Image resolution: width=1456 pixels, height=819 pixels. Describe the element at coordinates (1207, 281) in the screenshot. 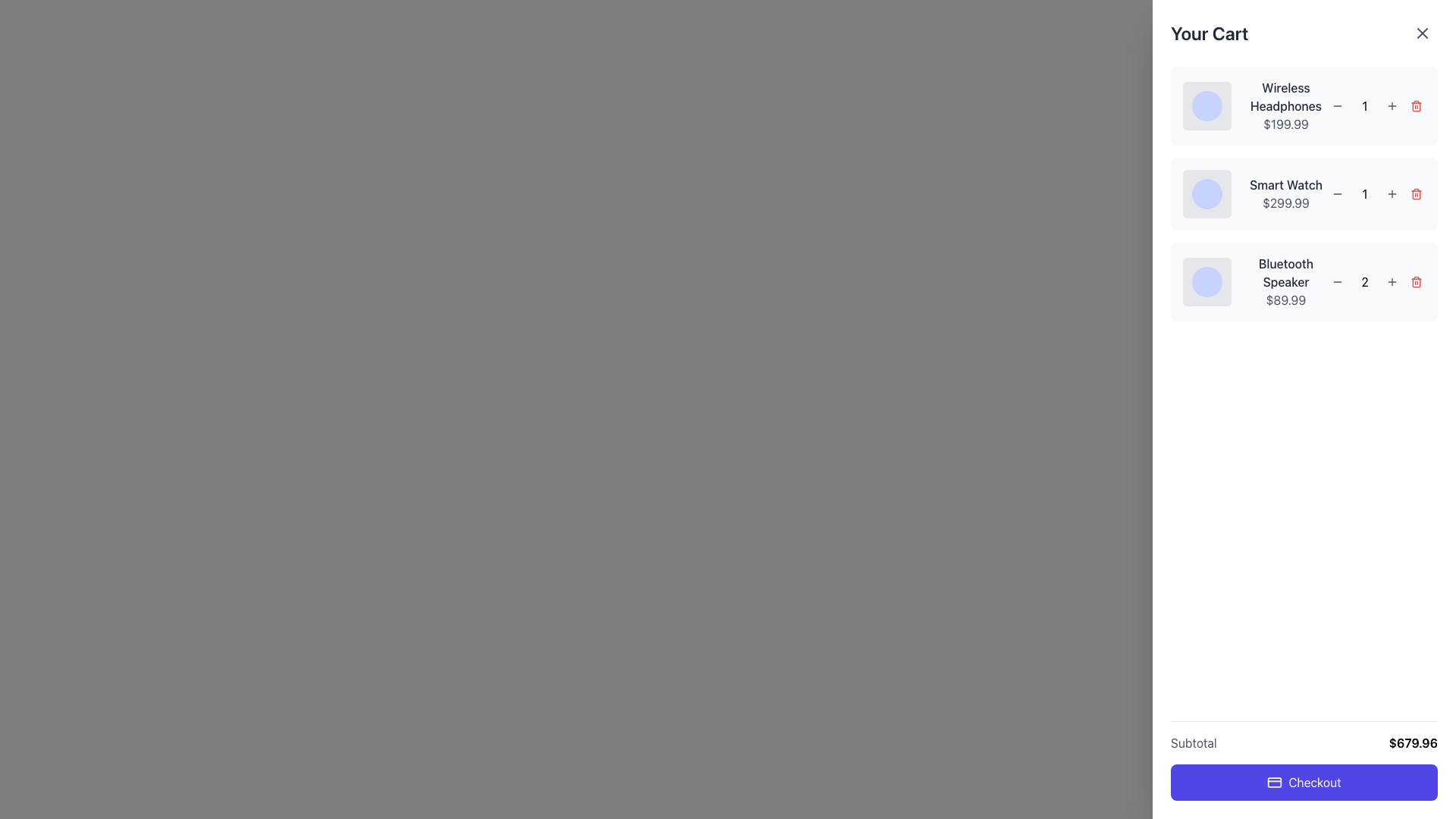

I see `the circular graphical component with a light blue fill located within the square element at the far left of the 'Bluetooth Speaker' item row in the shopping cart section` at that location.